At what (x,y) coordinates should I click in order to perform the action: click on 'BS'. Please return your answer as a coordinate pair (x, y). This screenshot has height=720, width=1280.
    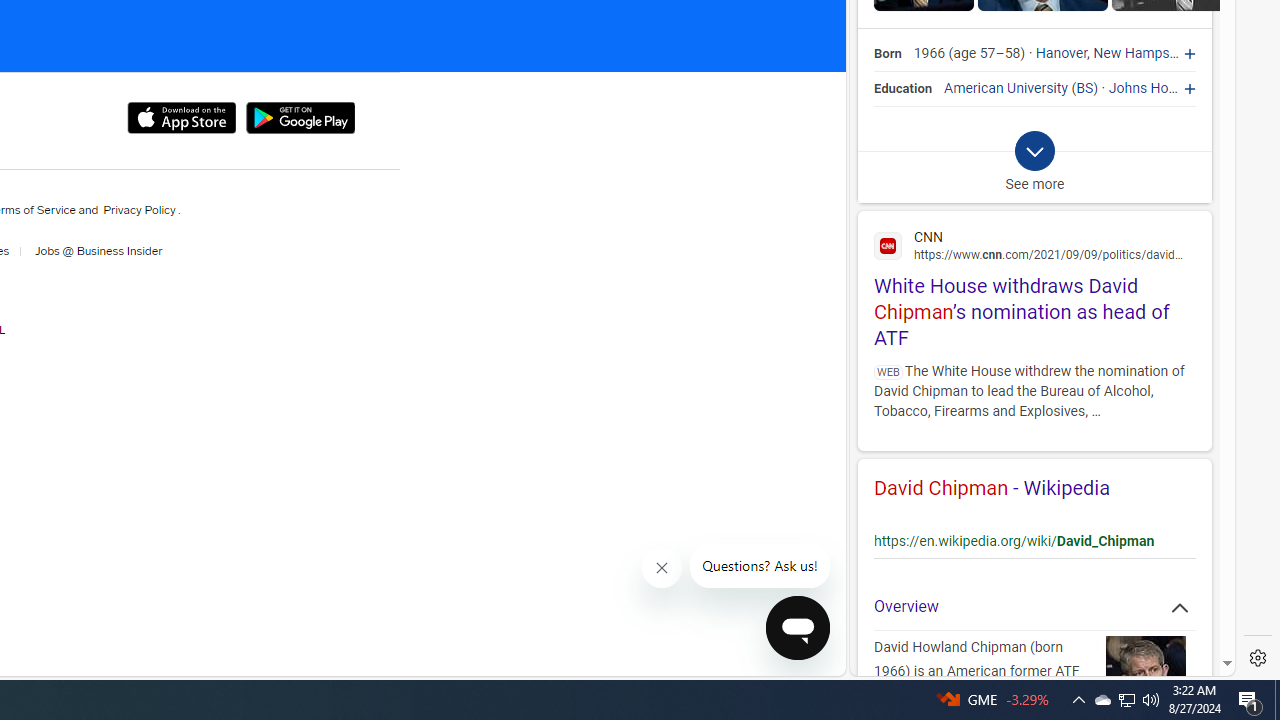
    Looking at the image, I should click on (1084, 87).